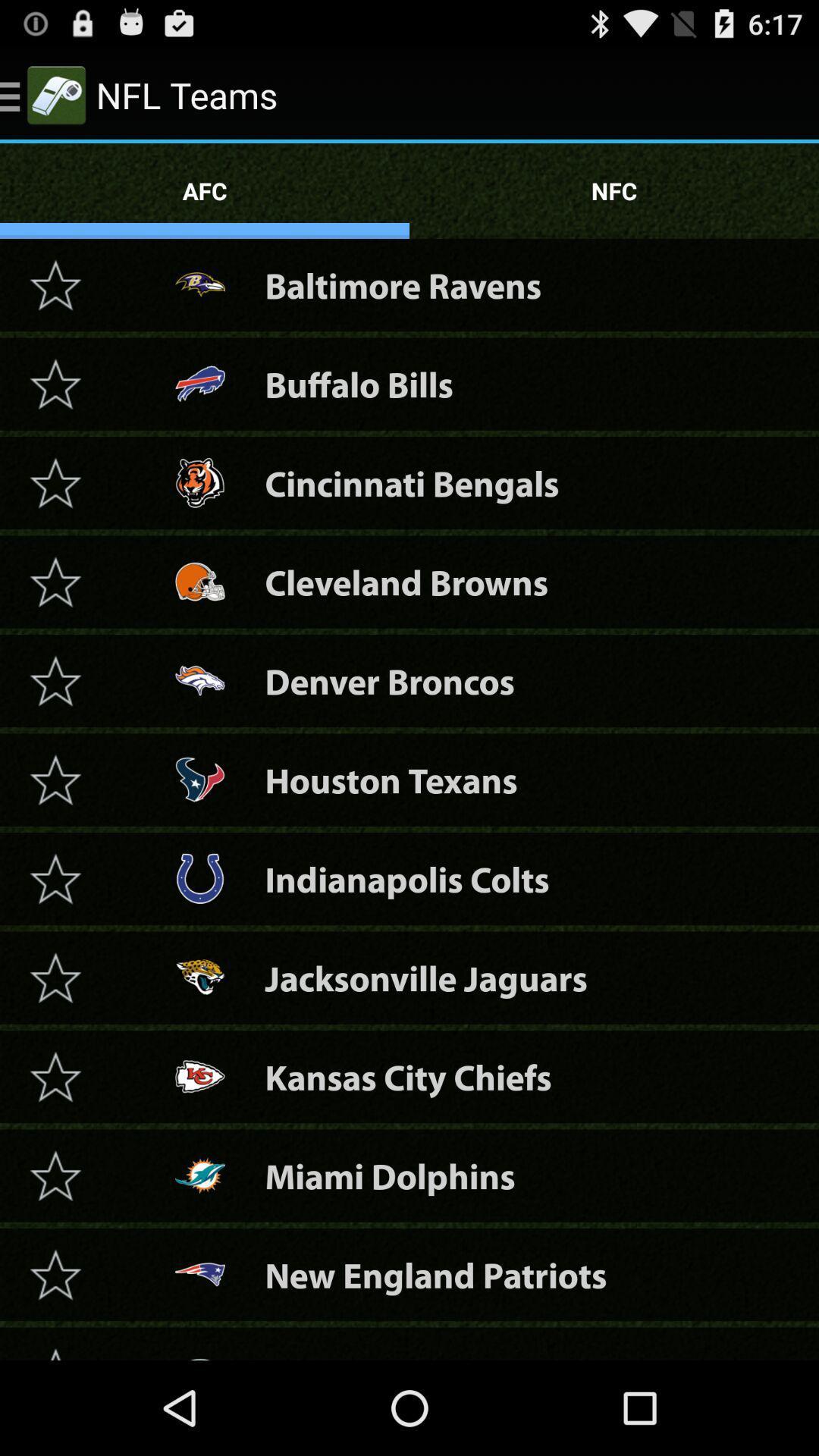 This screenshot has height=1456, width=819. I want to click on bookmark team, so click(55, 679).